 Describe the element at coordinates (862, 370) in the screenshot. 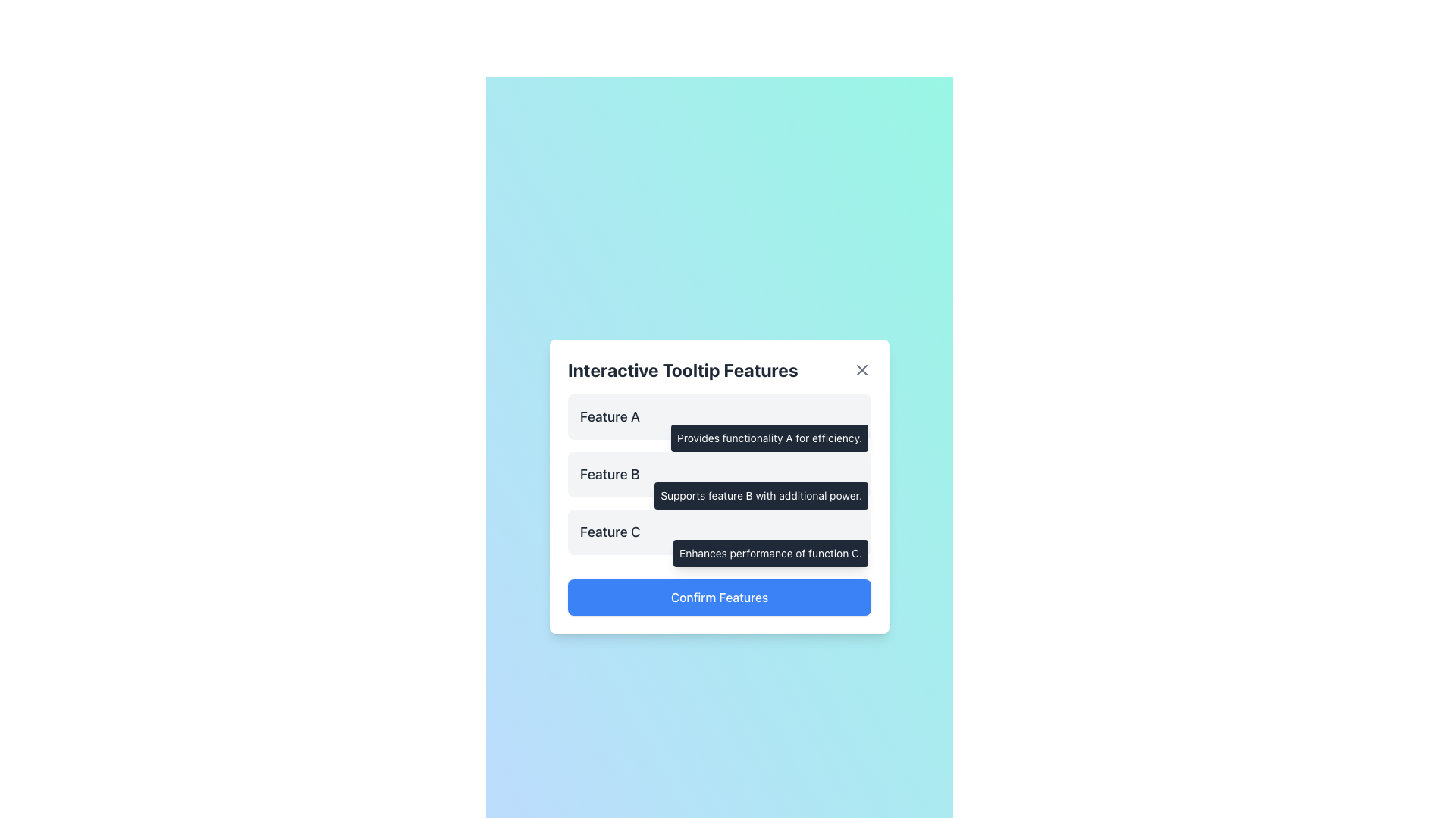

I see `the close button, represented by a stylized 'X', located at the top-right corner of the pop-up box next to the title 'Interactive Tooltip Features'` at that location.